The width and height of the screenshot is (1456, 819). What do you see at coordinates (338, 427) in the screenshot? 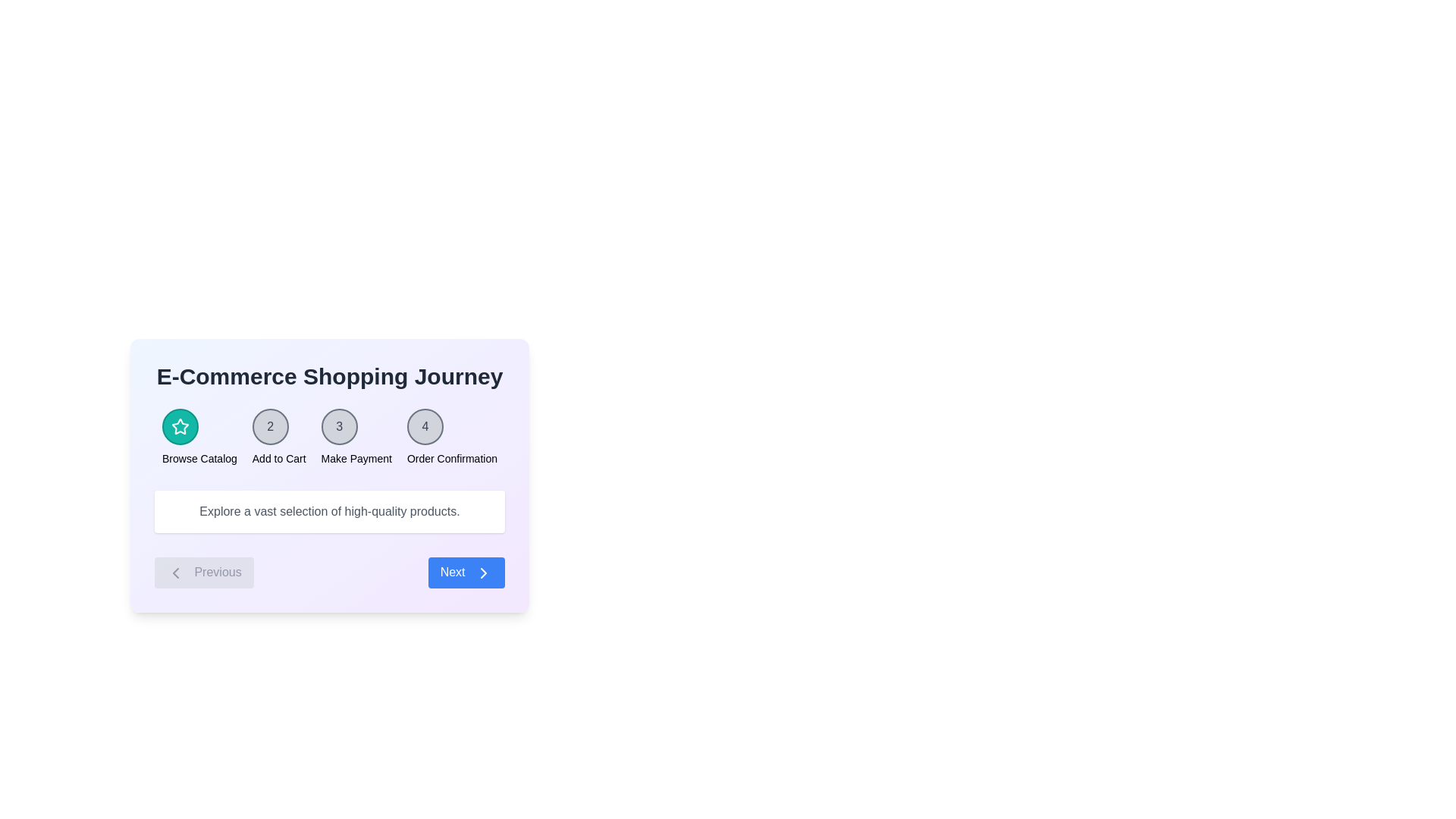
I see `the circular step indicator button labeled '3' with a gray background, located centrally under 'E-Commerce Shopping Journey' and above 'Make Payment'` at bounding box center [338, 427].